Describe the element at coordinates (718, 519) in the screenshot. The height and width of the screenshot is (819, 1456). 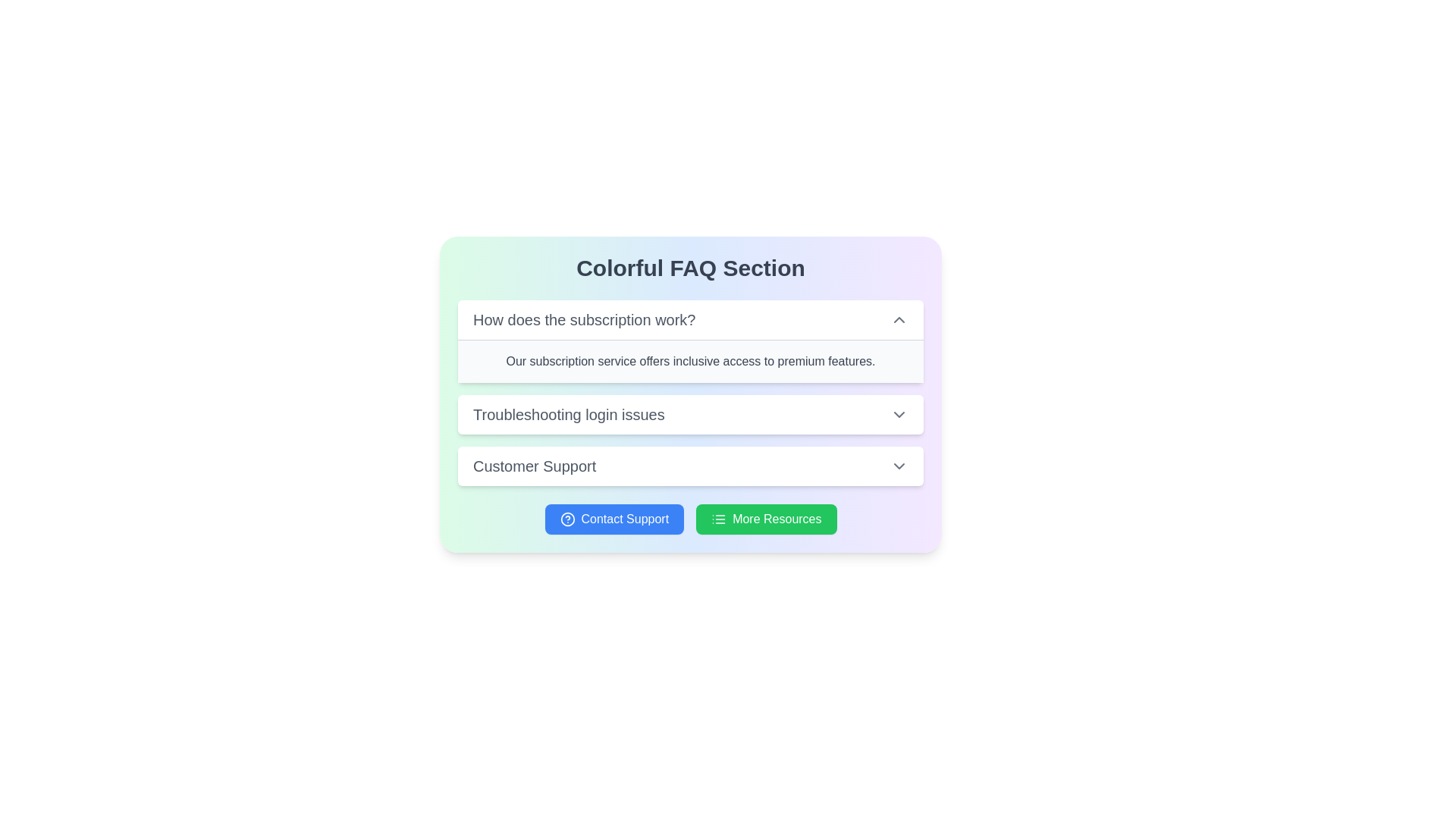
I see `the compact rectangular SVG icon with three horizontal lines and three small dots, located within the green rounded rectangle button labeled 'More Resources.'` at that location.